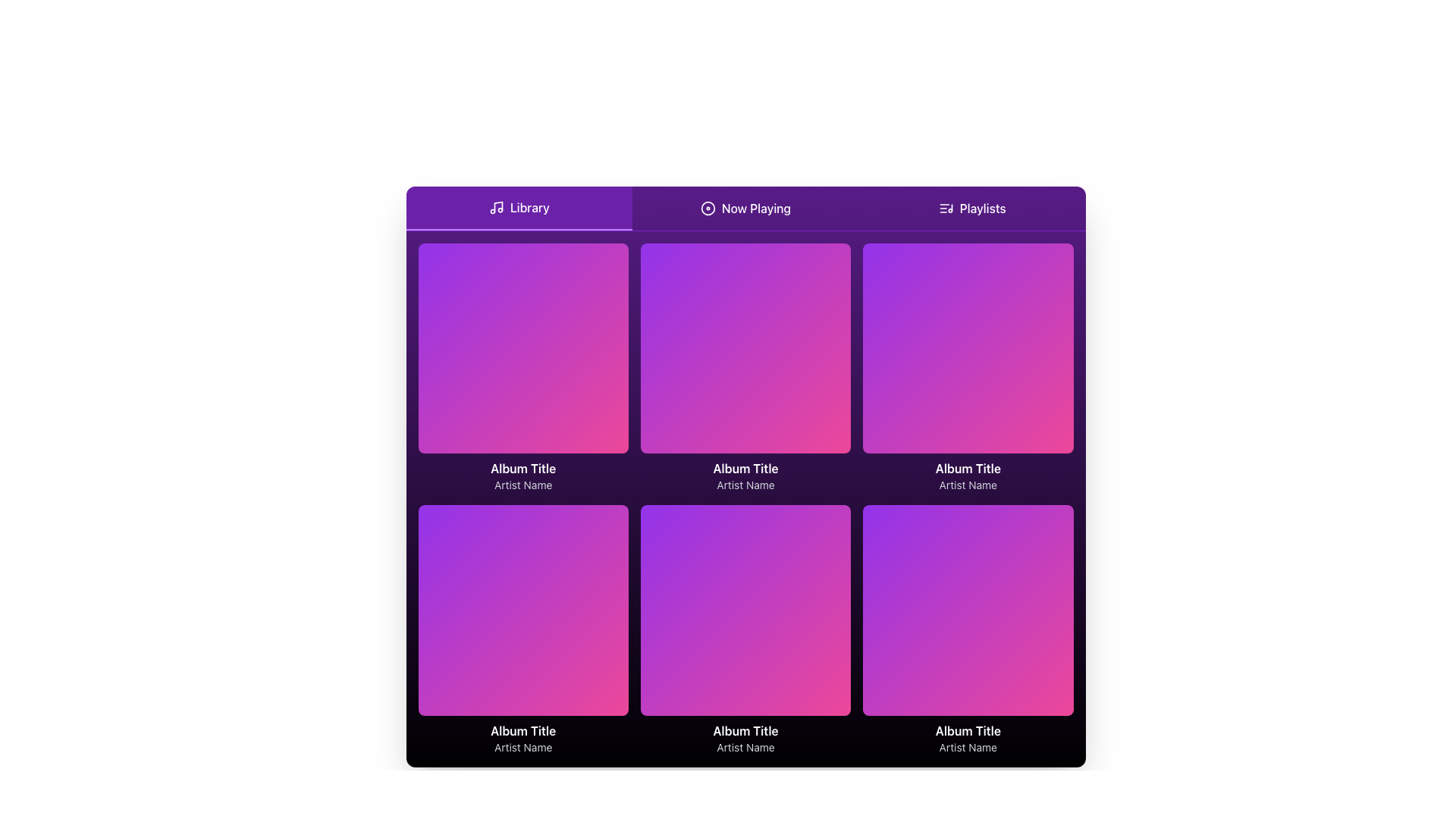  What do you see at coordinates (745, 209) in the screenshot?
I see `the 'Now Playing' tab in the tab navigation bar` at bounding box center [745, 209].